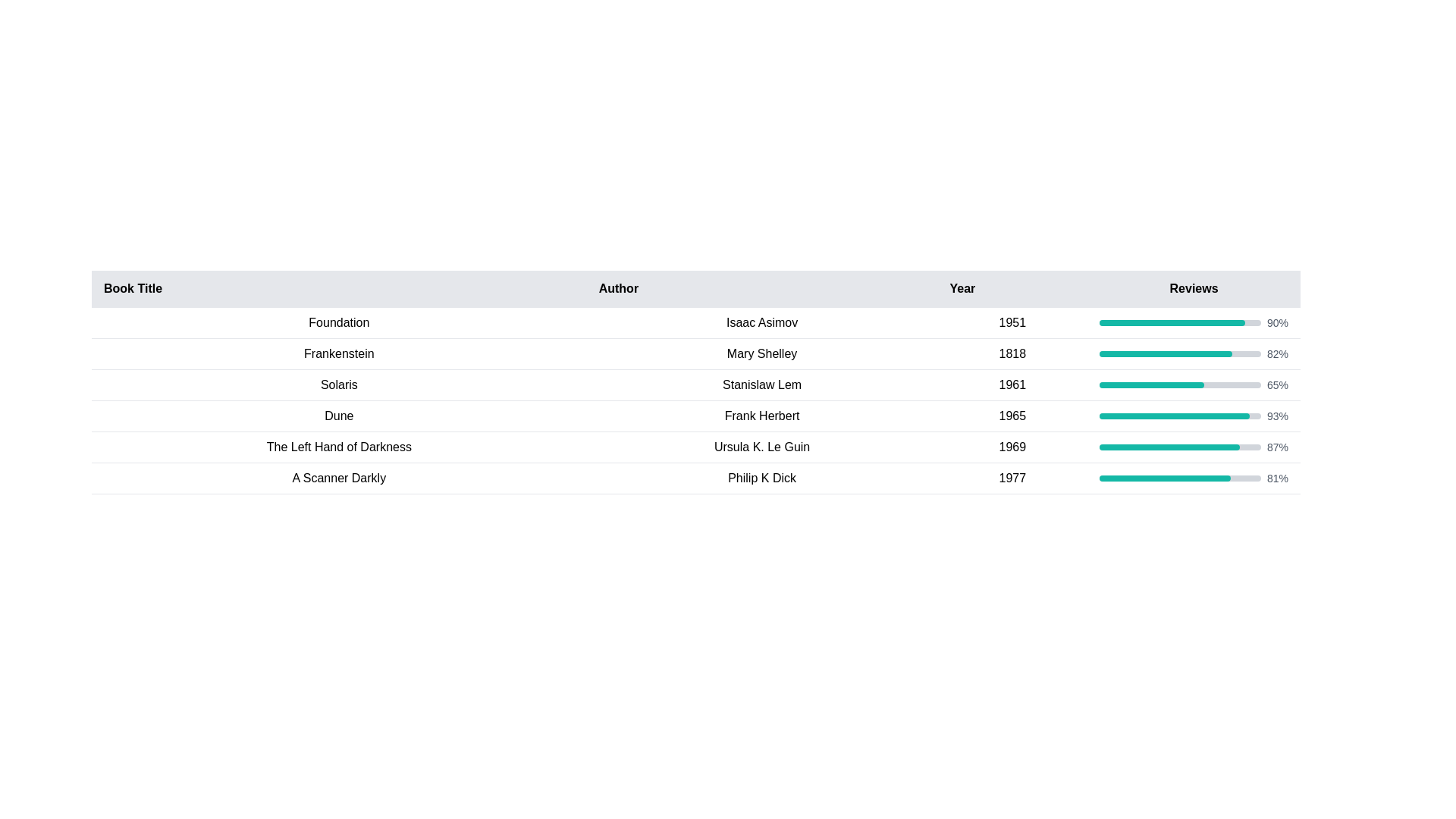 The width and height of the screenshot is (1456, 819). Describe the element at coordinates (1276, 416) in the screenshot. I see `the static text label displaying '93%' in gray font, located in the 'Reviews' column of the table for the book 'Dune', positioned to the right of the progress bar` at that location.